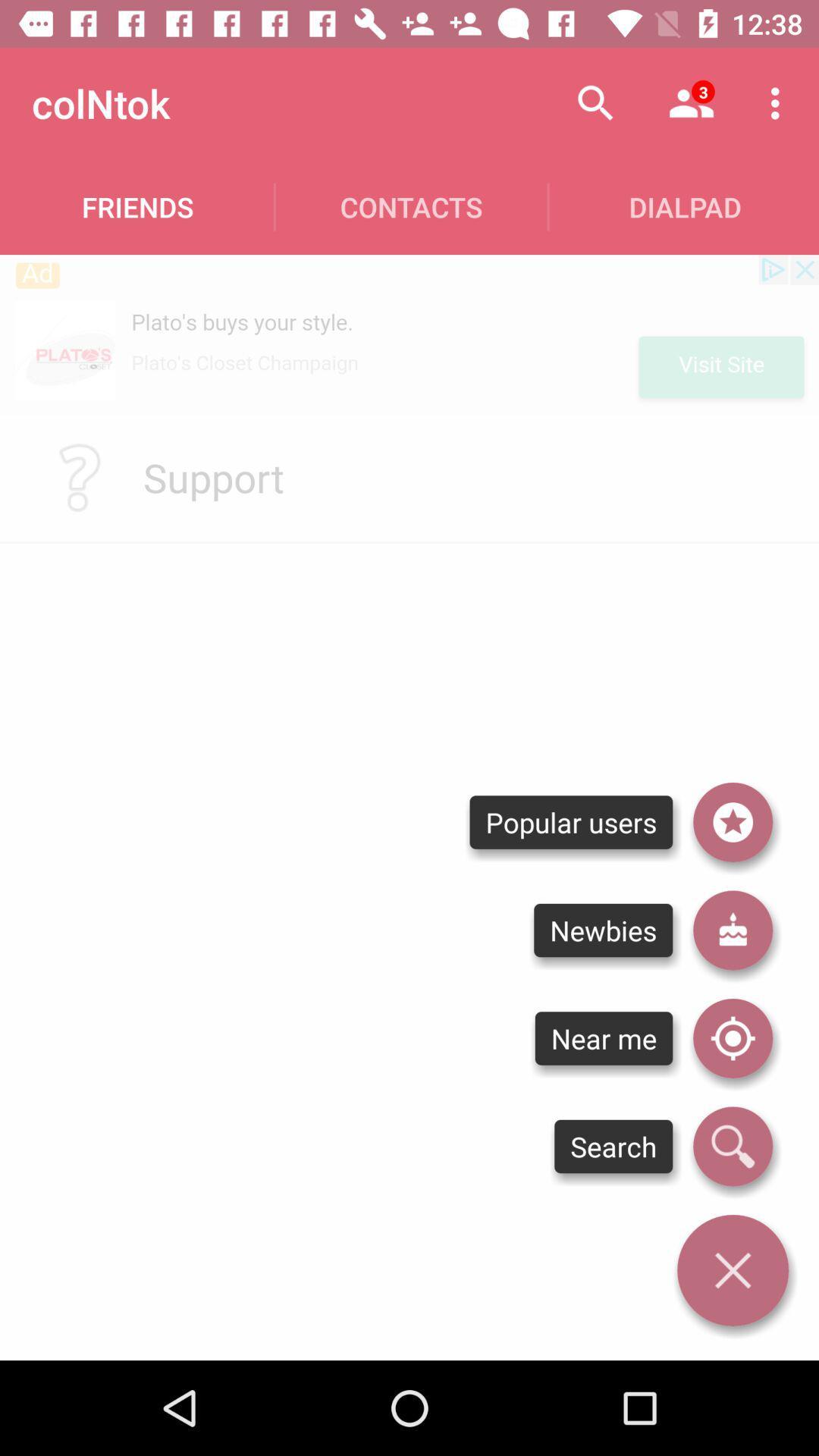 The height and width of the screenshot is (1456, 819). Describe the element at coordinates (732, 1037) in the screenshot. I see `use location` at that location.